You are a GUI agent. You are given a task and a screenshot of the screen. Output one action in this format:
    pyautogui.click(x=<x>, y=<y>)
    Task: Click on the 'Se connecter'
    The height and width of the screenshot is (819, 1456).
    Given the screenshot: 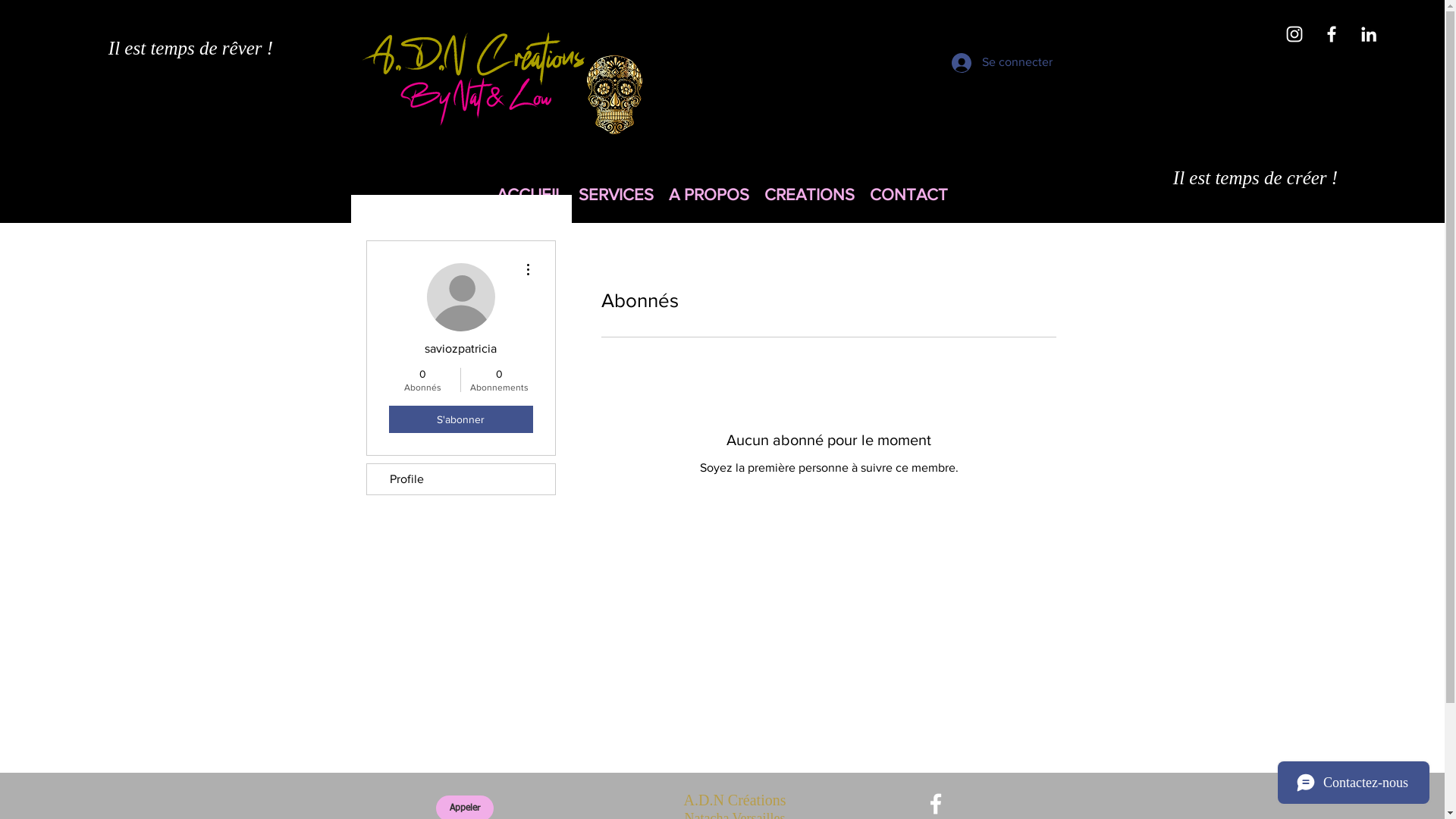 What is the action you would take?
    pyautogui.click(x=986, y=62)
    